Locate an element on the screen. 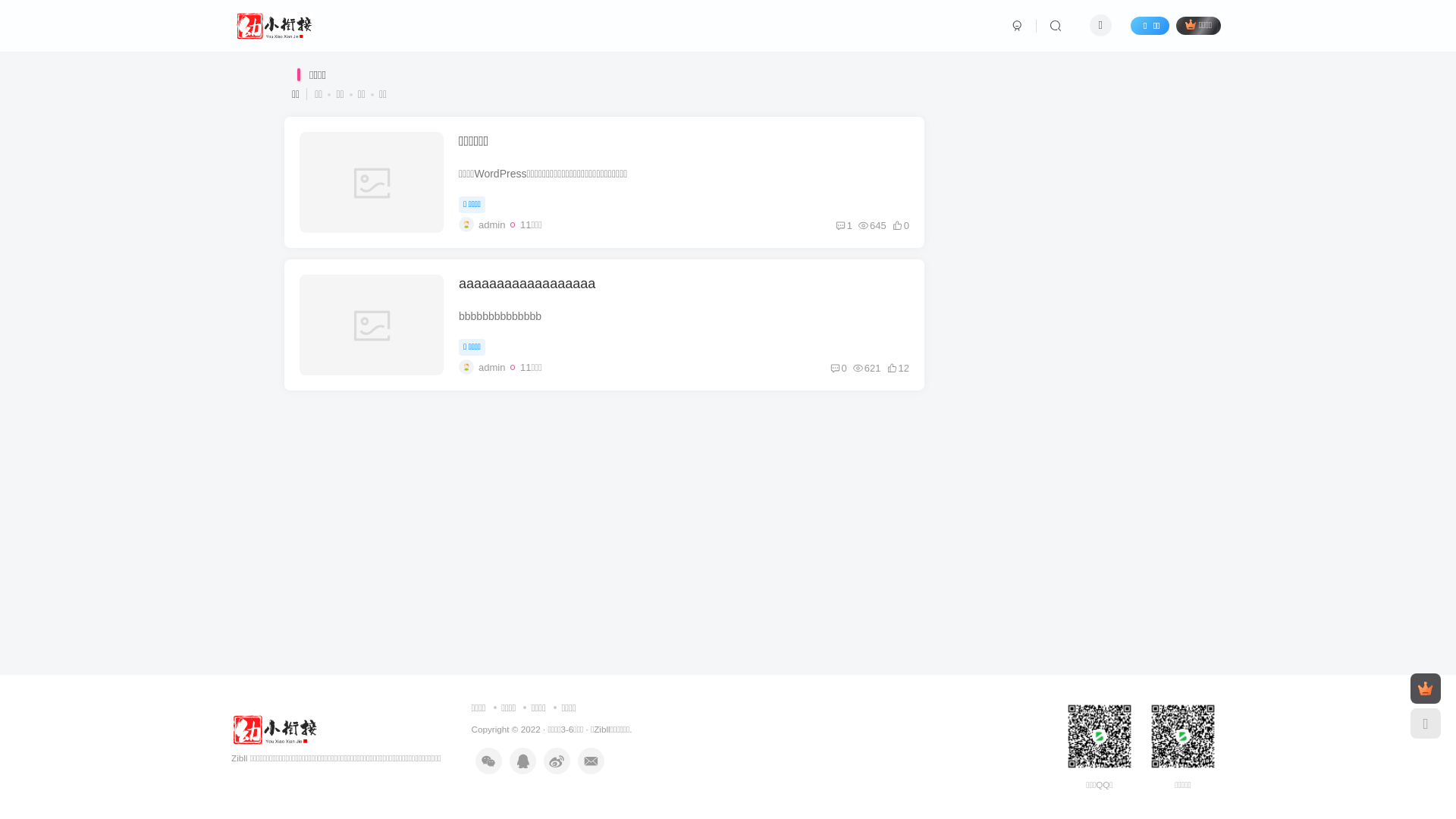 The height and width of the screenshot is (819, 1456). 'aaaaaaaaaaaaaaaaaa' is located at coordinates (527, 284).